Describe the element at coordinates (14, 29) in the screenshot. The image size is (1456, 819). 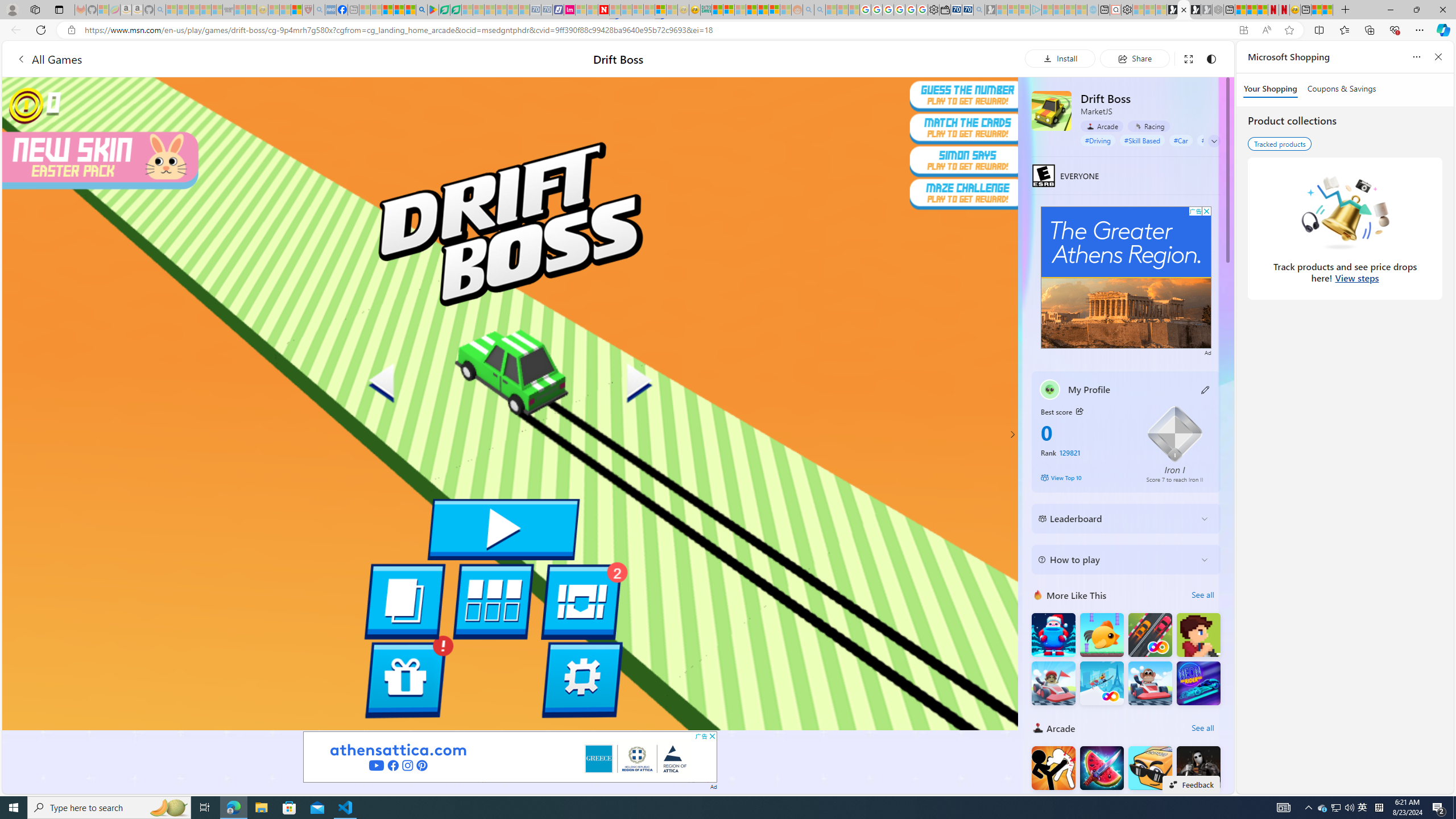
I see `'Back'` at that location.